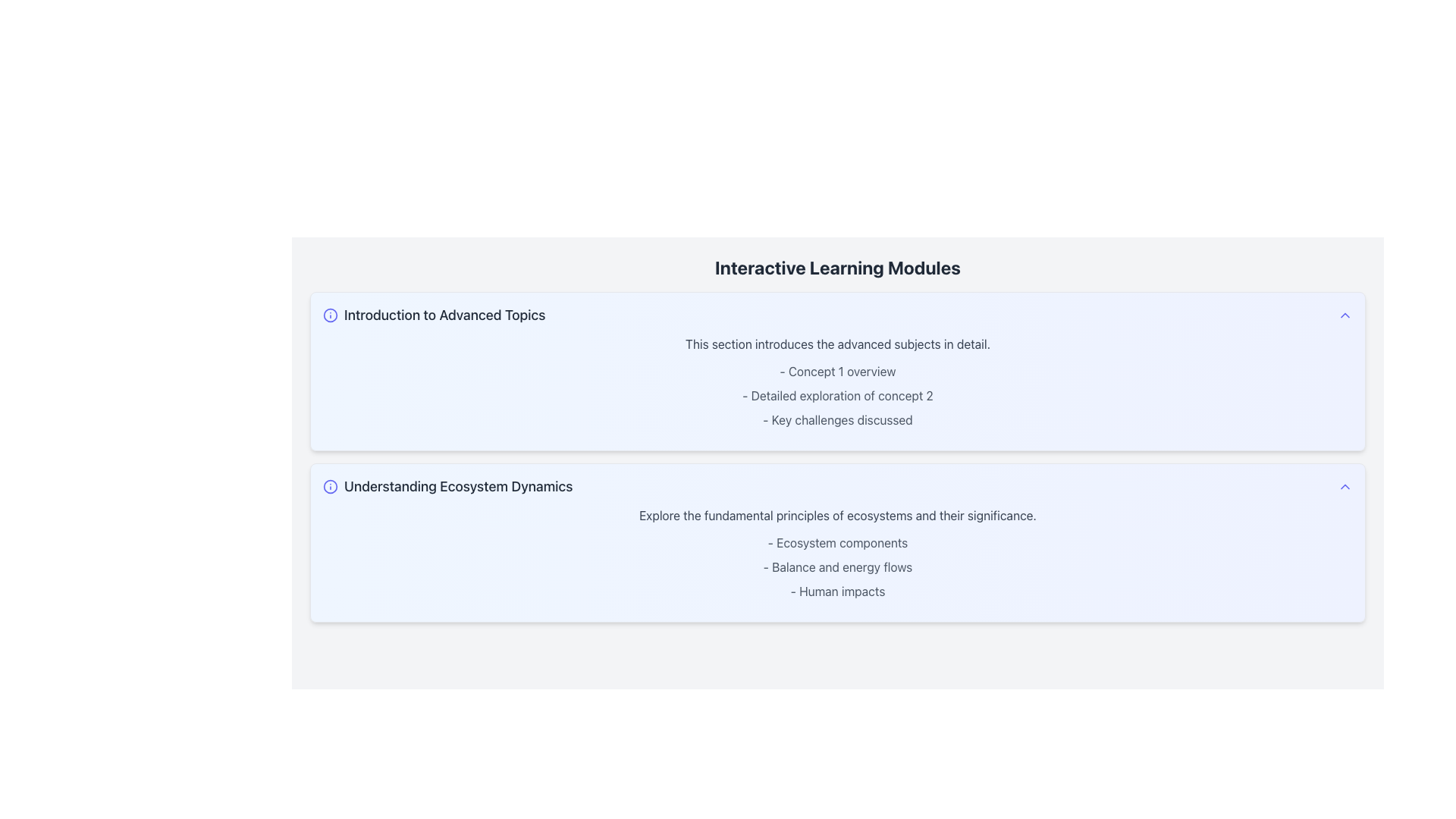 The width and height of the screenshot is (1456, 819). What do you see at coordinates (836, 420) in the screenshot?
I see `the text label displaying '- Key challenges discussed' in gray font, which is the third item in the bulleted list under 'Introduction to Advanced Topics.'` at bounding box center [836, 420].